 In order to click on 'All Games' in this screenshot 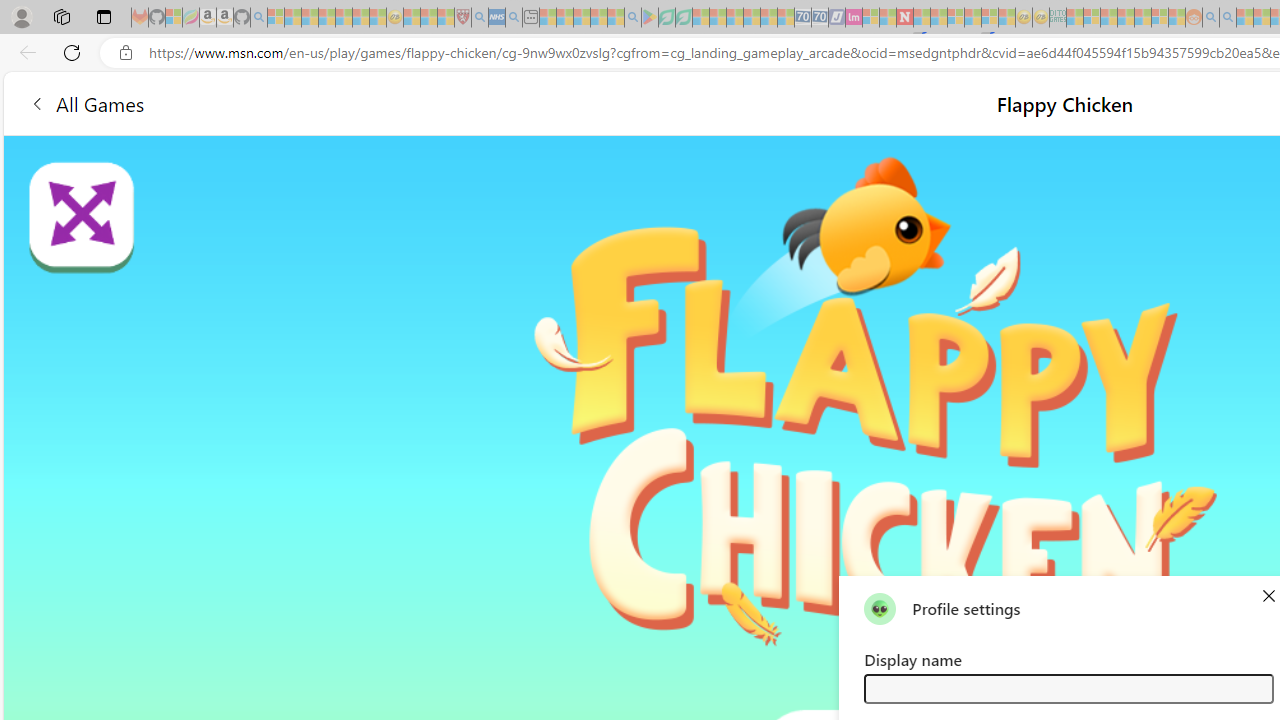, I will do `click(85, 103)`.